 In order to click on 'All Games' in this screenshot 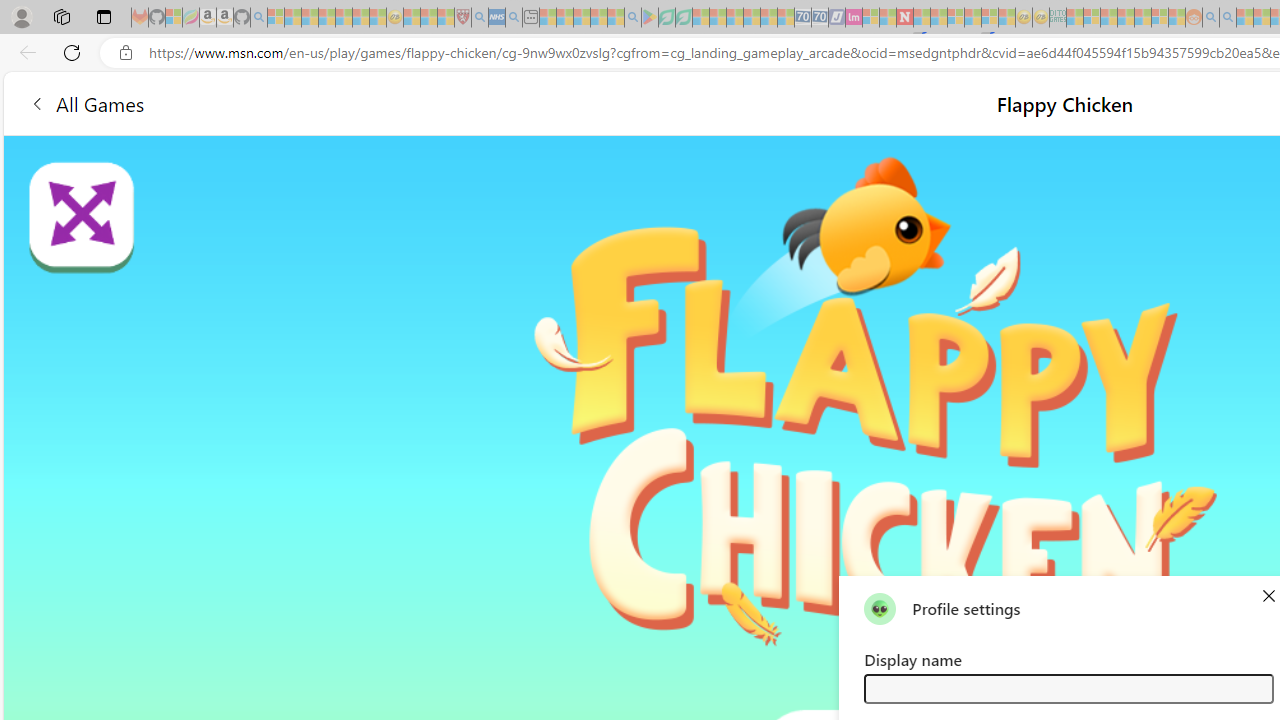, I will do `click(85, 103)`.